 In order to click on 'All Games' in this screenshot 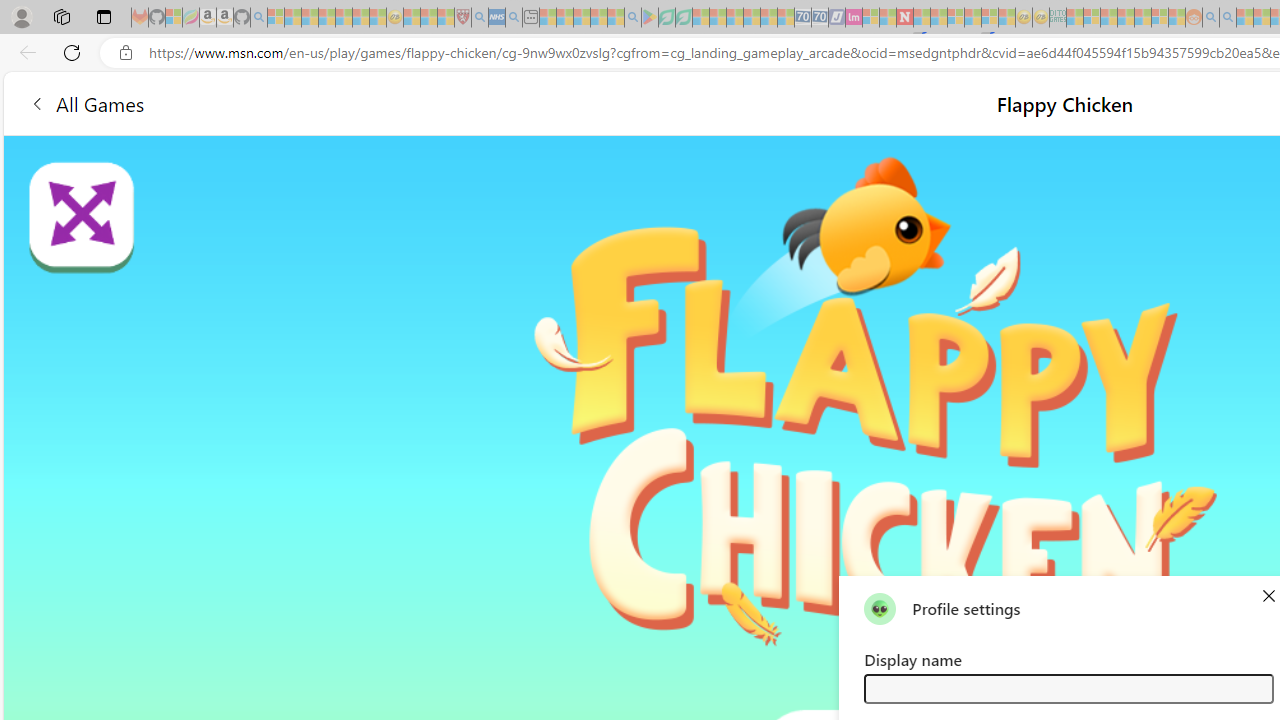, I will do `click(85, 103)`.